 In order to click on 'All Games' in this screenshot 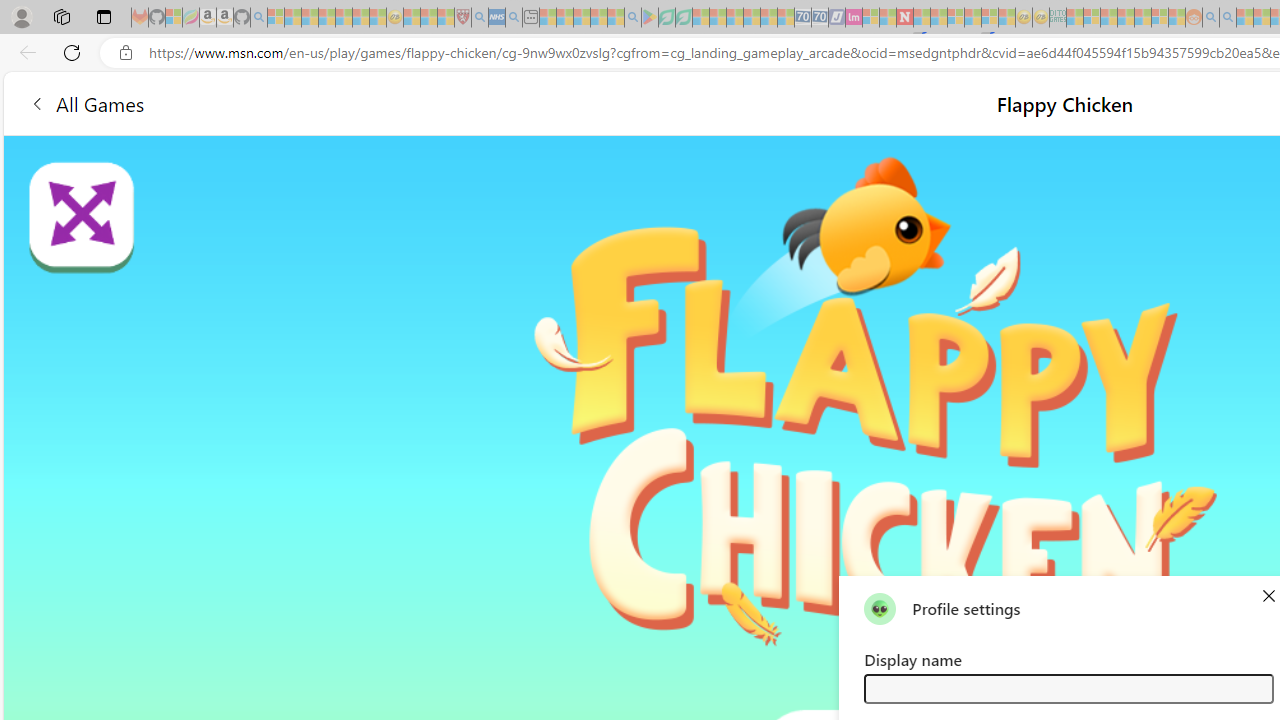, I will do `click(85, 103)`.